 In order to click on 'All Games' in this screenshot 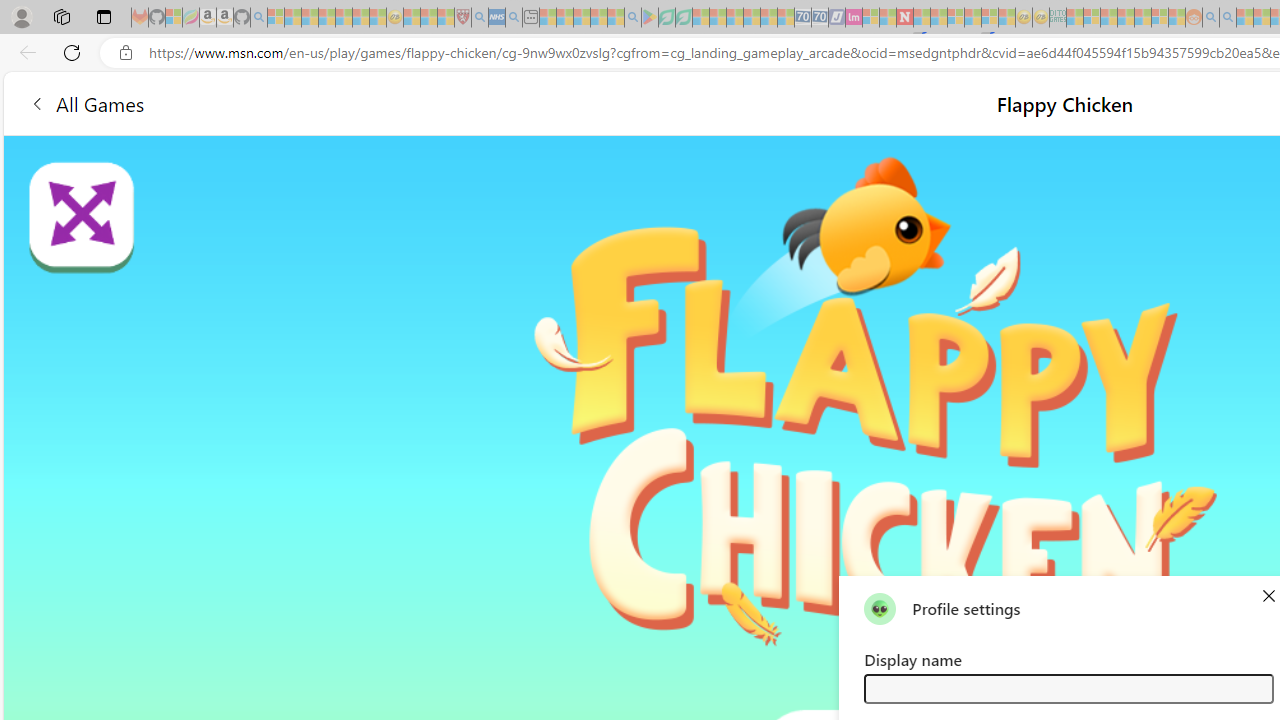, I will do `click(85, 103)`.